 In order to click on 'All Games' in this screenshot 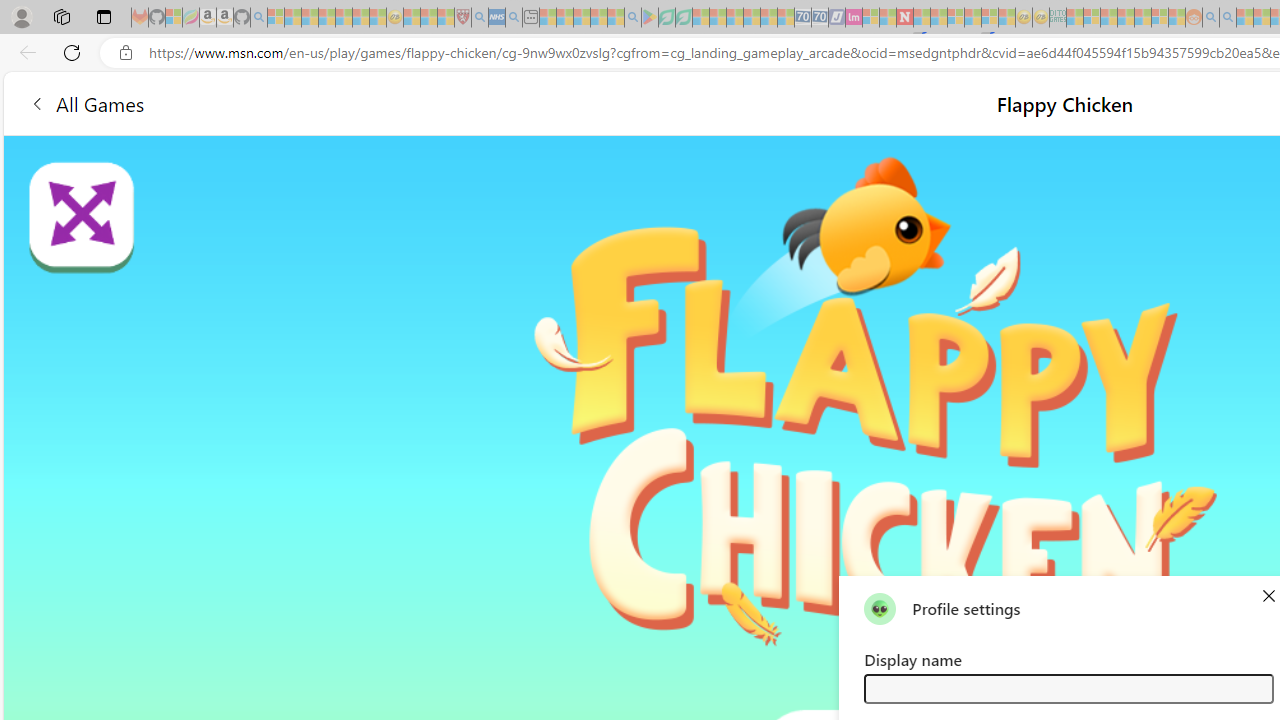, I will do `click(85, 103)`.